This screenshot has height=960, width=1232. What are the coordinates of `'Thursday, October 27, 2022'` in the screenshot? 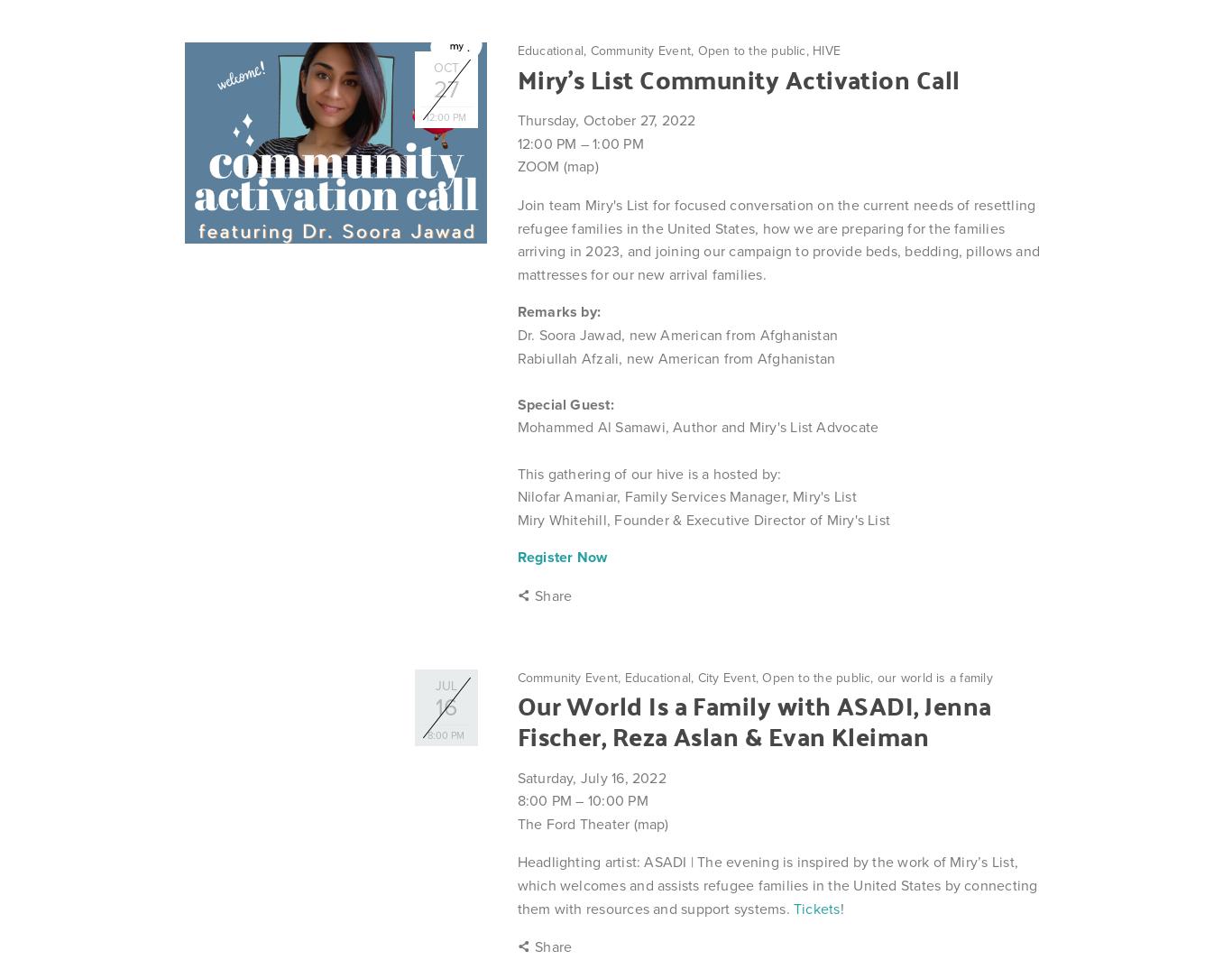 It's located at (604, 120).